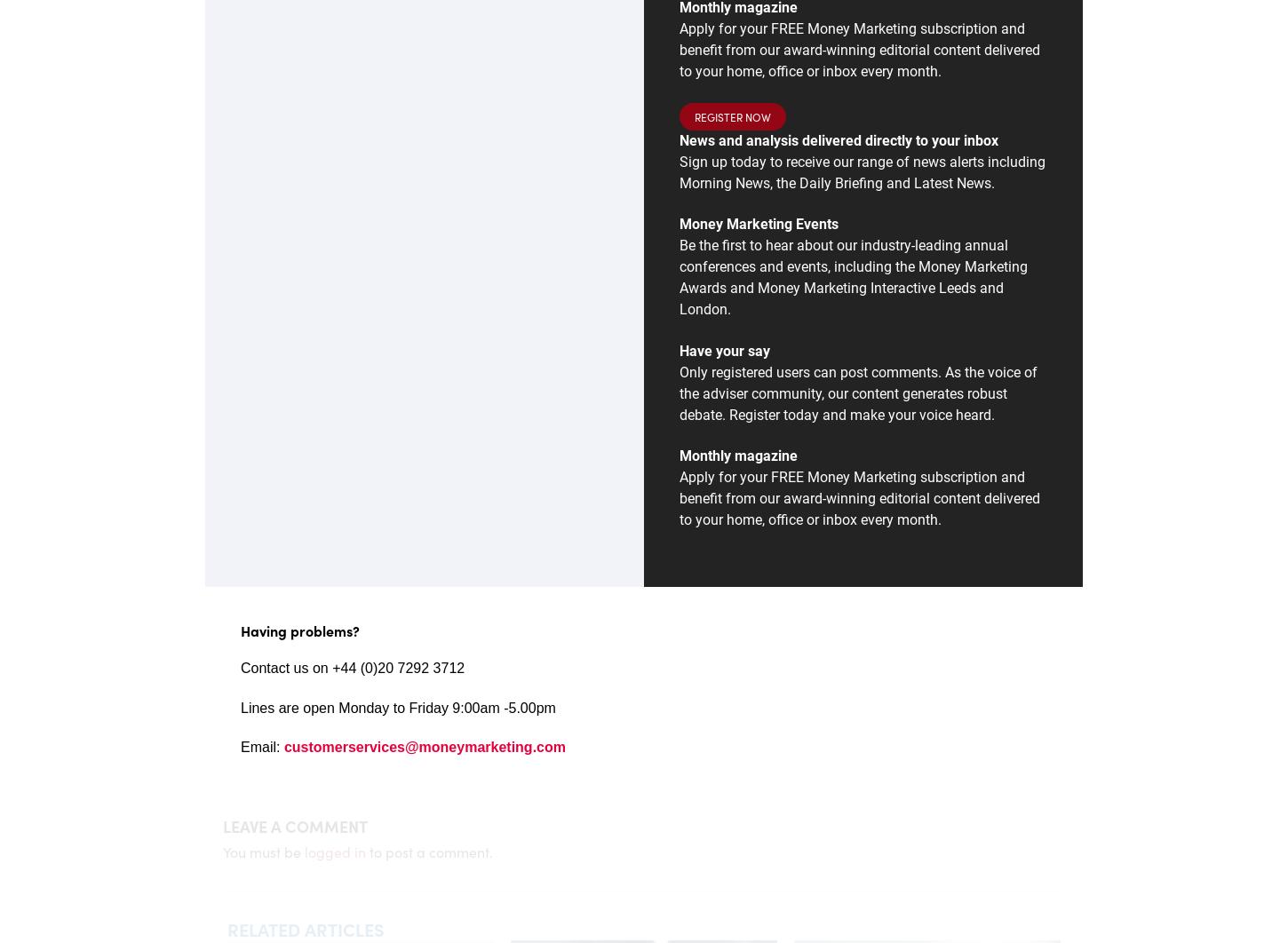 This screenshot has height=943, width=1288. Describe the element at coordinates (478, 410) in the screenshot. I see `'Asked by the chair to rate transparency in the industry out of ten Opperman gave it an eight, saying it had “the potential to do more.”'` at that location.